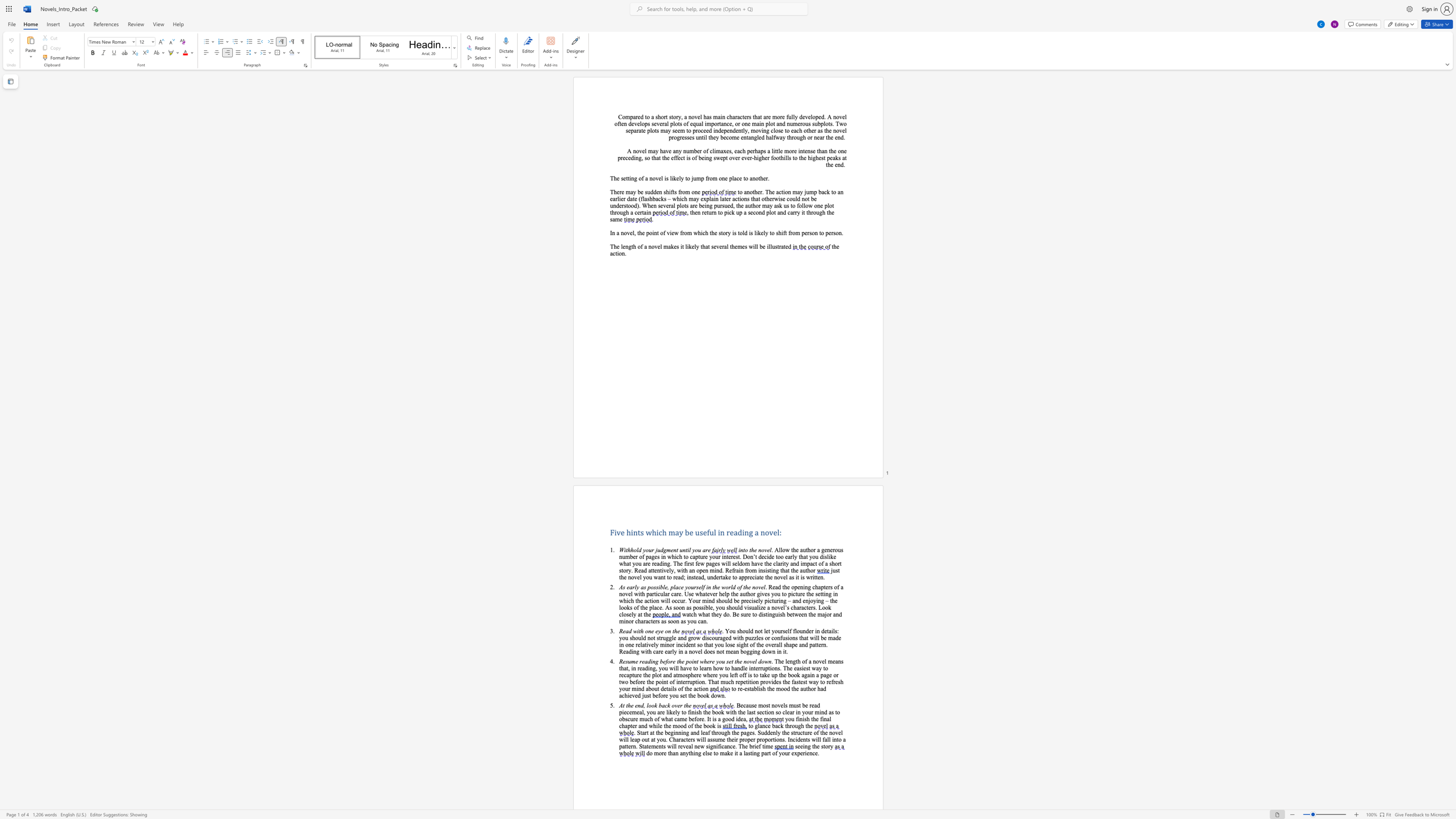 This screenshot has height=819, width=1456. Describe the element at coordinates (670, 661) in the screenshot. I see `the subset text "re the point where you set the" within the text "Resume reading before the point where you set the novel down"` at that location.